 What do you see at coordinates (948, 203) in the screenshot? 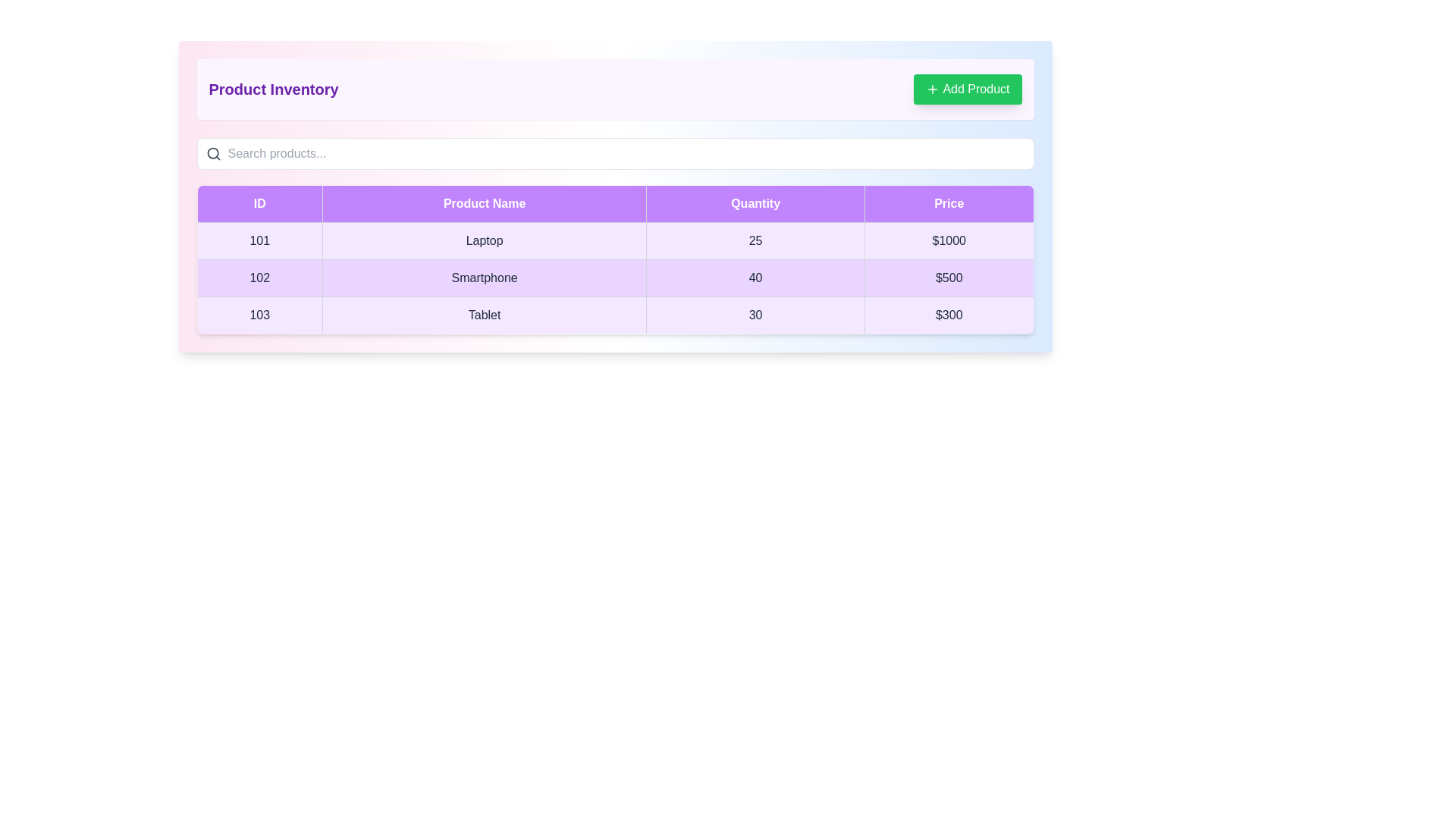
I see `the Table Header Cell labeled 'Price', which is the fourth column header in the table, featuring a white text on a purple background` at bounding box center [948, 203].